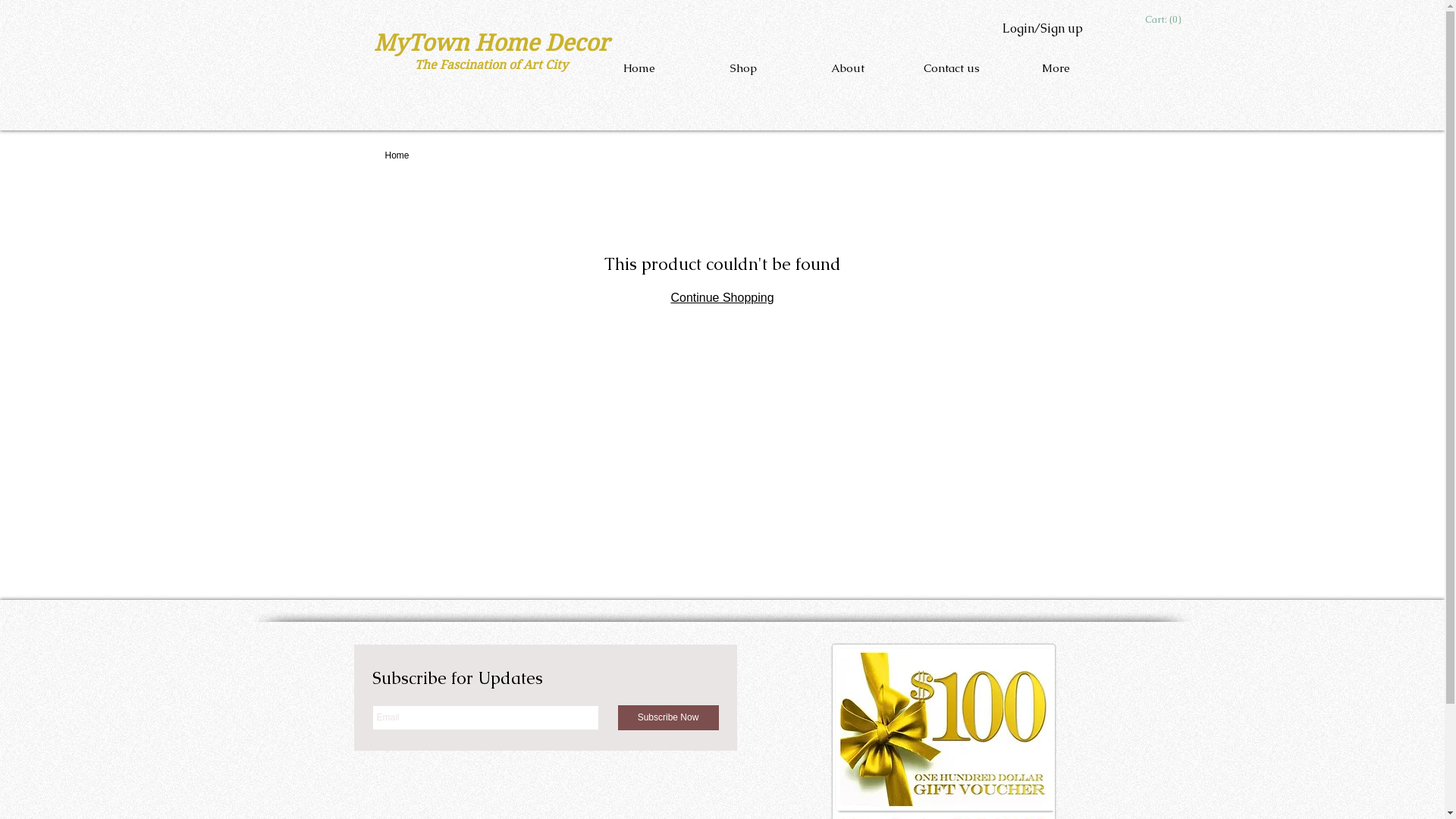 The image size is (1456, 819). Describe the element at coordinates (1145, 19) in the screenshot. I see `'Cart: (0)'` at that location.